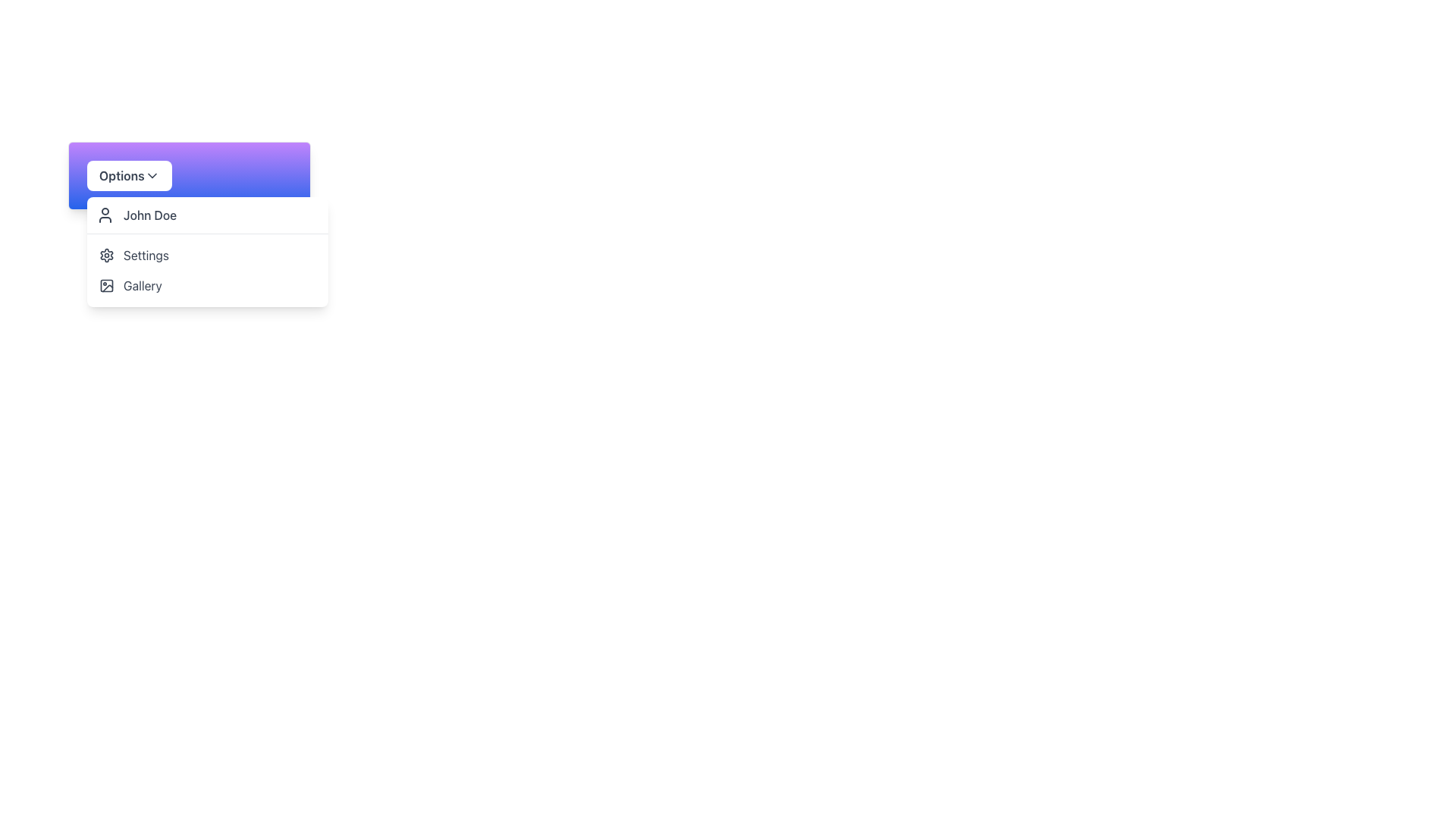 This screenshot has height=819, width=1456. What do you see at coordinates (150, 215) in the screenshot?
I see `the first text-based item in the dropdown menu under the purple 'Options' button that denotes a user-related entry, likely representing a user's name` at bounding box center [150, 215].